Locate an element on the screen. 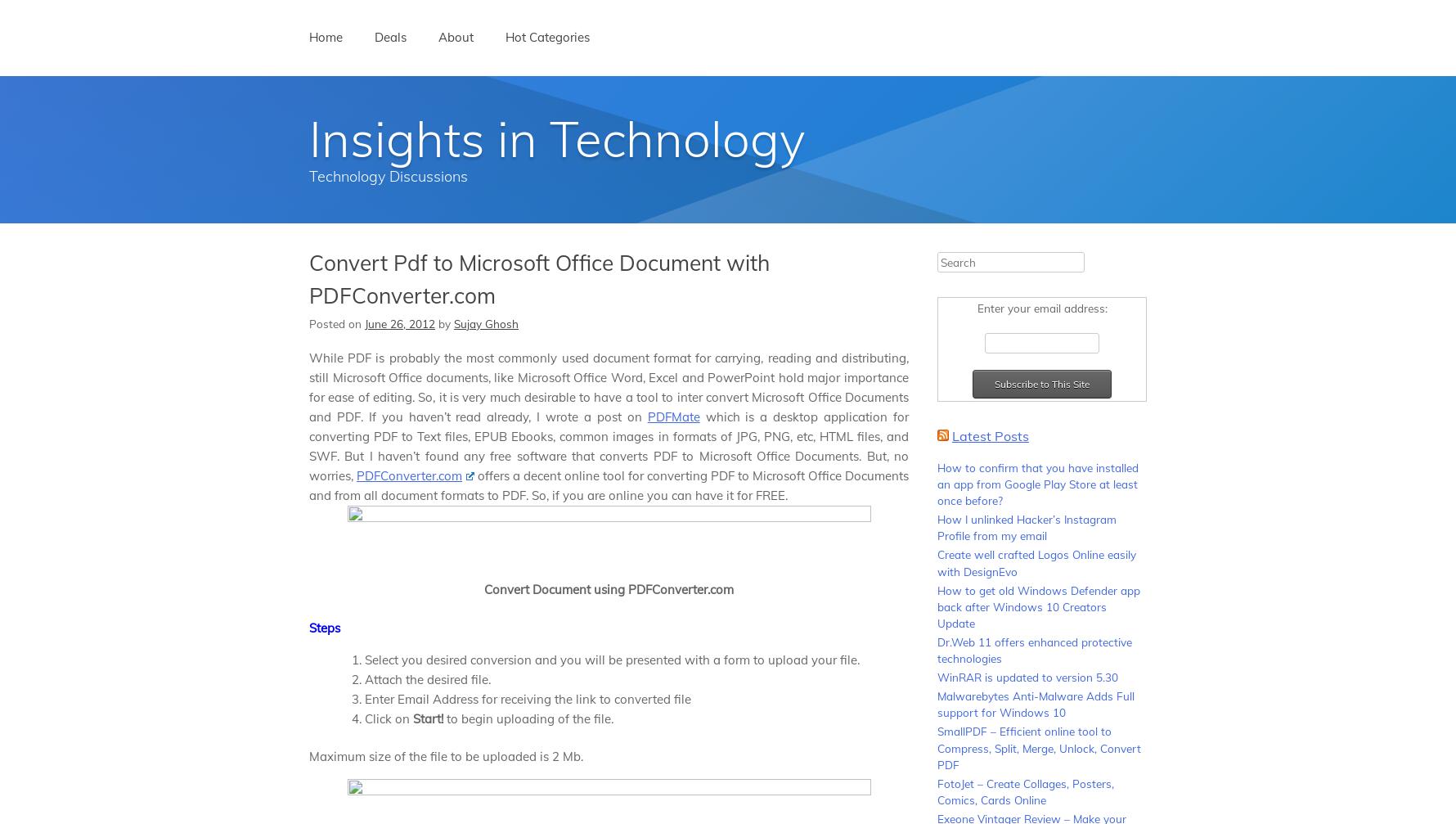 Image resolution: width=1456 pixels, height=824 pixels. 'Start!' is located at coordinates (426, 717).